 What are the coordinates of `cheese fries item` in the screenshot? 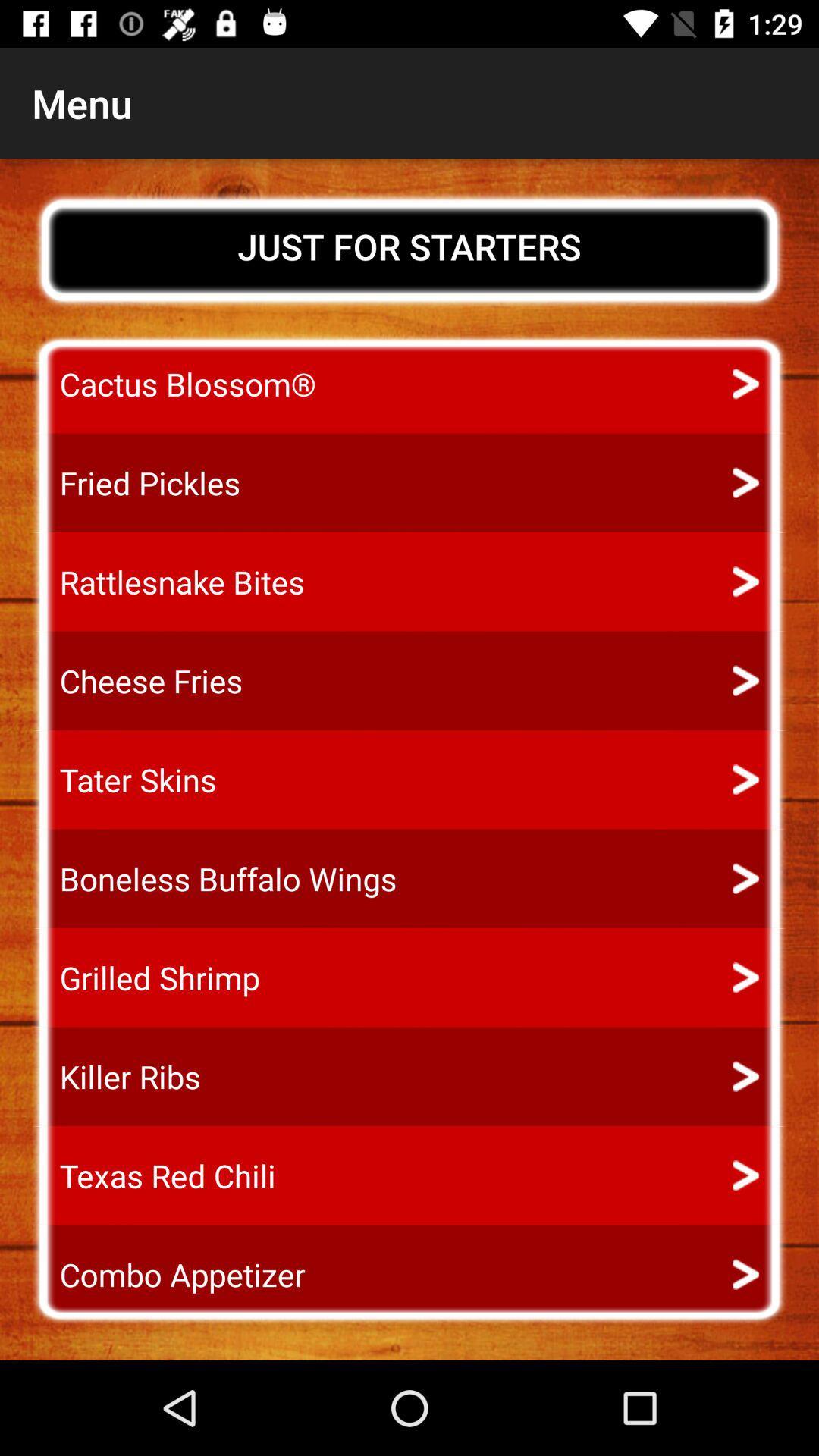 It's located at (137, 680).